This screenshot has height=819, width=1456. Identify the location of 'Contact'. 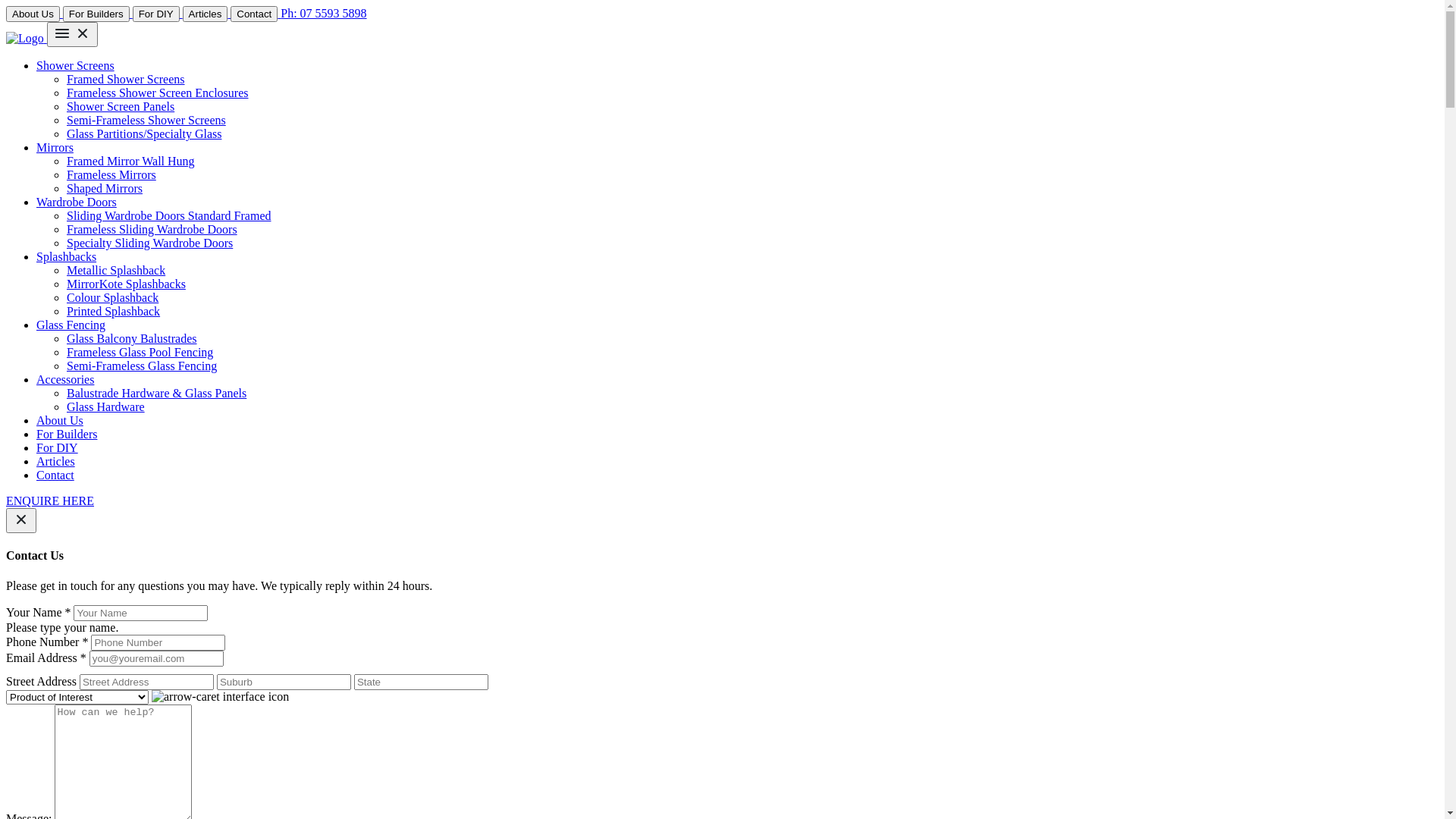
(229, 13).